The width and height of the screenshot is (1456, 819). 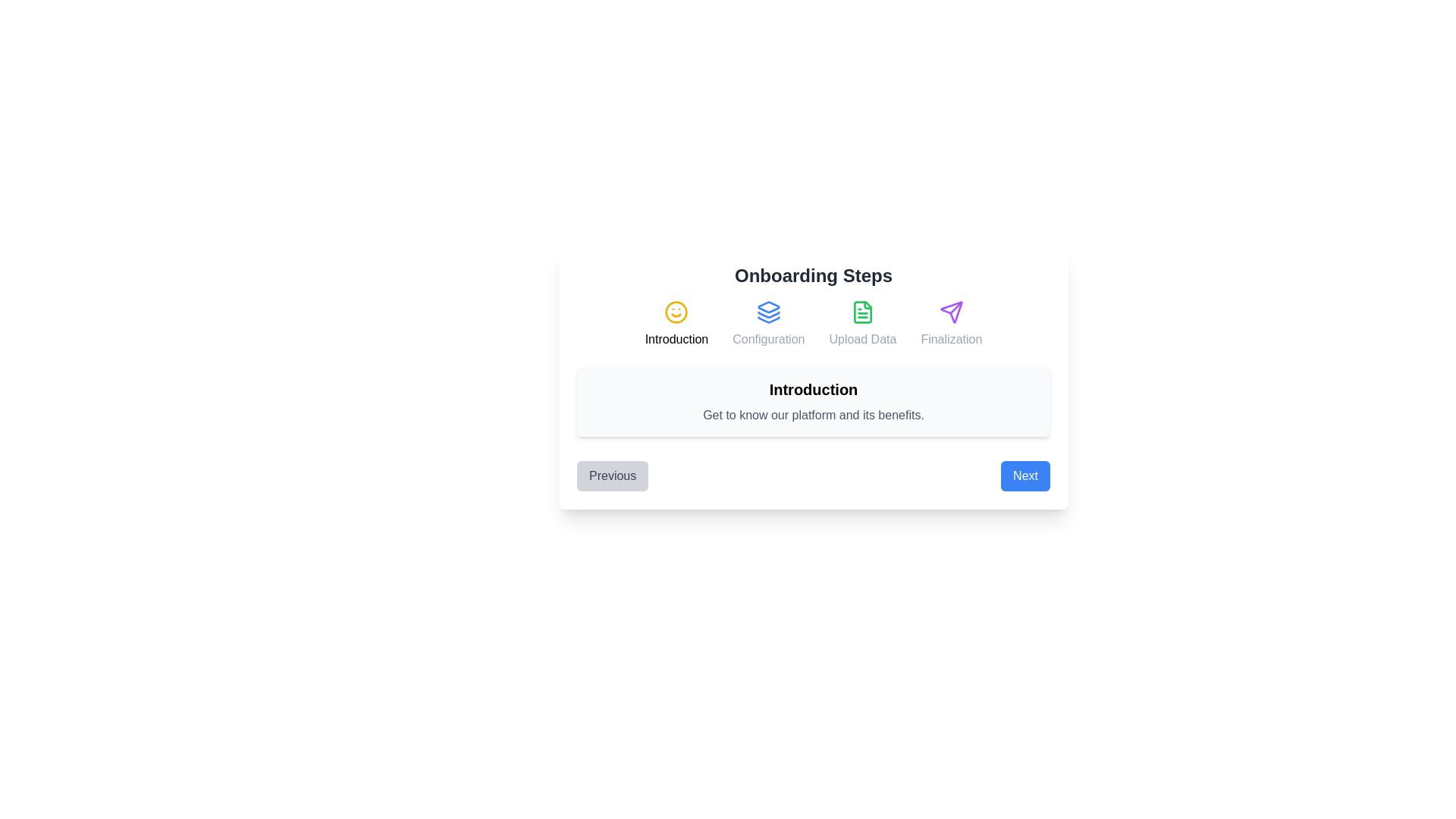 I want to click on the 'Configuration' step label in the onboarding process, which is positioned as the second item in the horizontal step indicator layout, below the Configuration icon and to the right of the 'Introduction' step, so click(x=768, y=338).